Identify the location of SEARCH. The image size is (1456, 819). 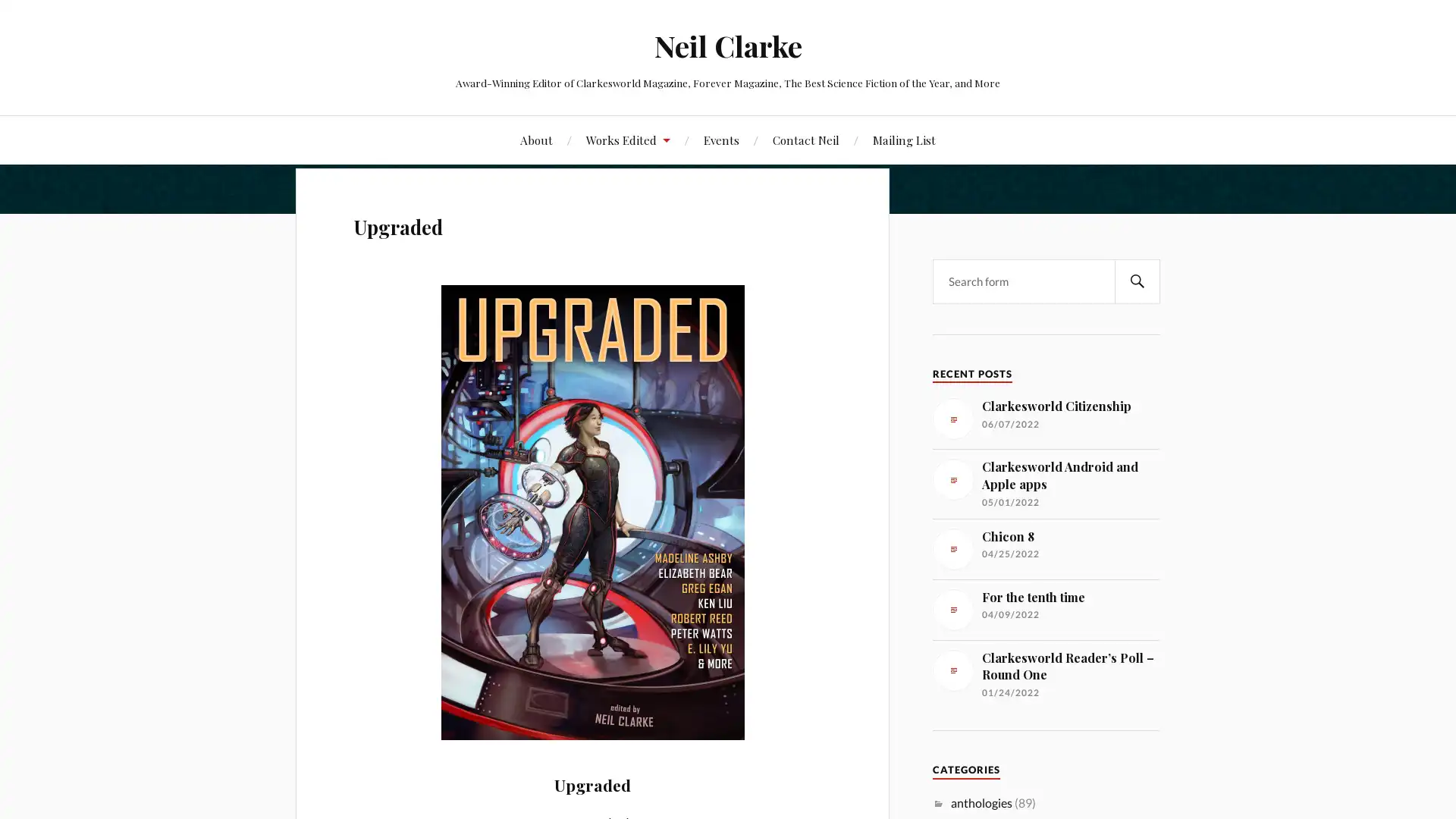
(1137, 281).